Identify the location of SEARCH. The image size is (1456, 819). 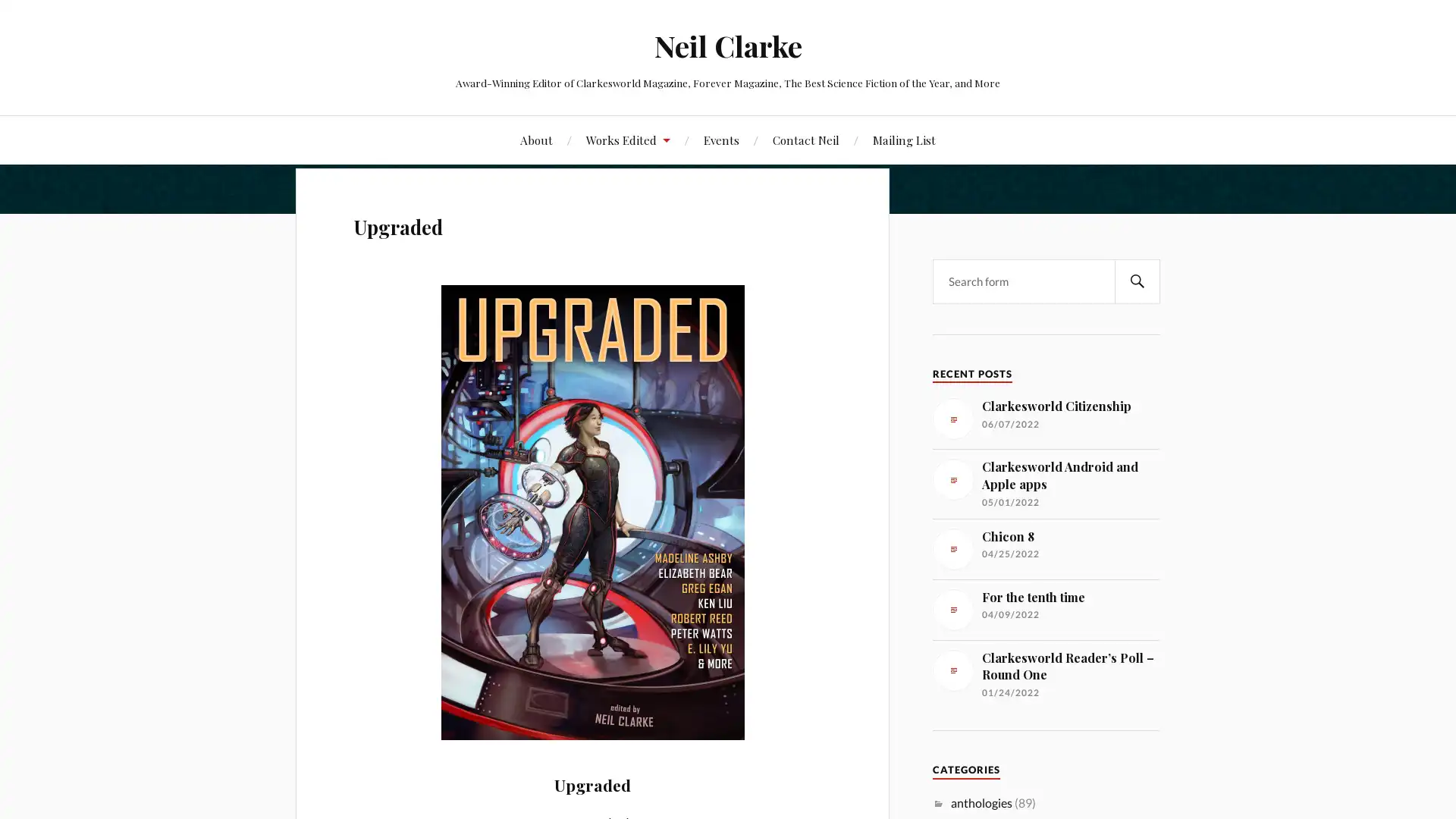
(1137, 281).